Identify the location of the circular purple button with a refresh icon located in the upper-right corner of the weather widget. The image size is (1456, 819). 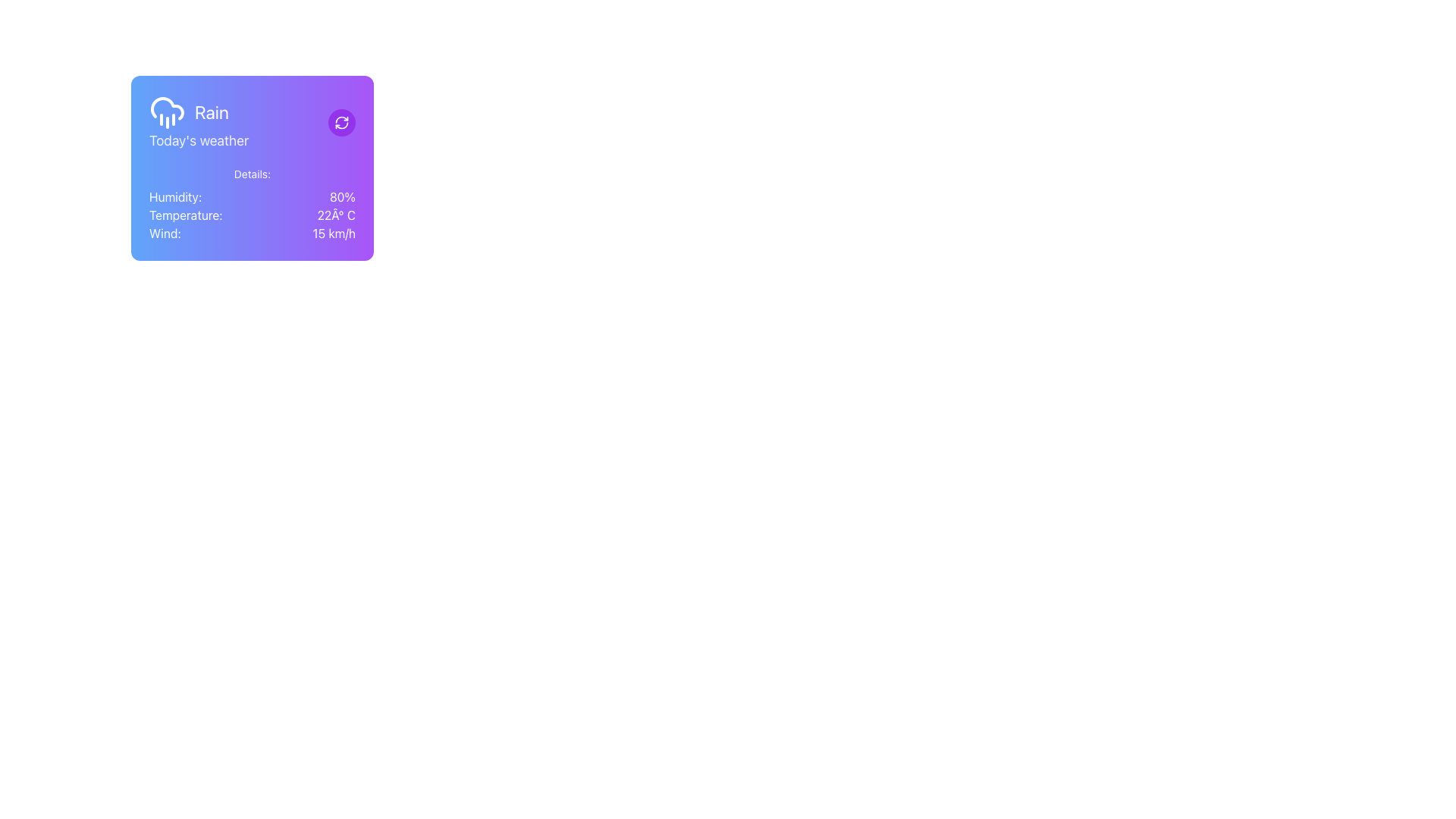
(341, 122).